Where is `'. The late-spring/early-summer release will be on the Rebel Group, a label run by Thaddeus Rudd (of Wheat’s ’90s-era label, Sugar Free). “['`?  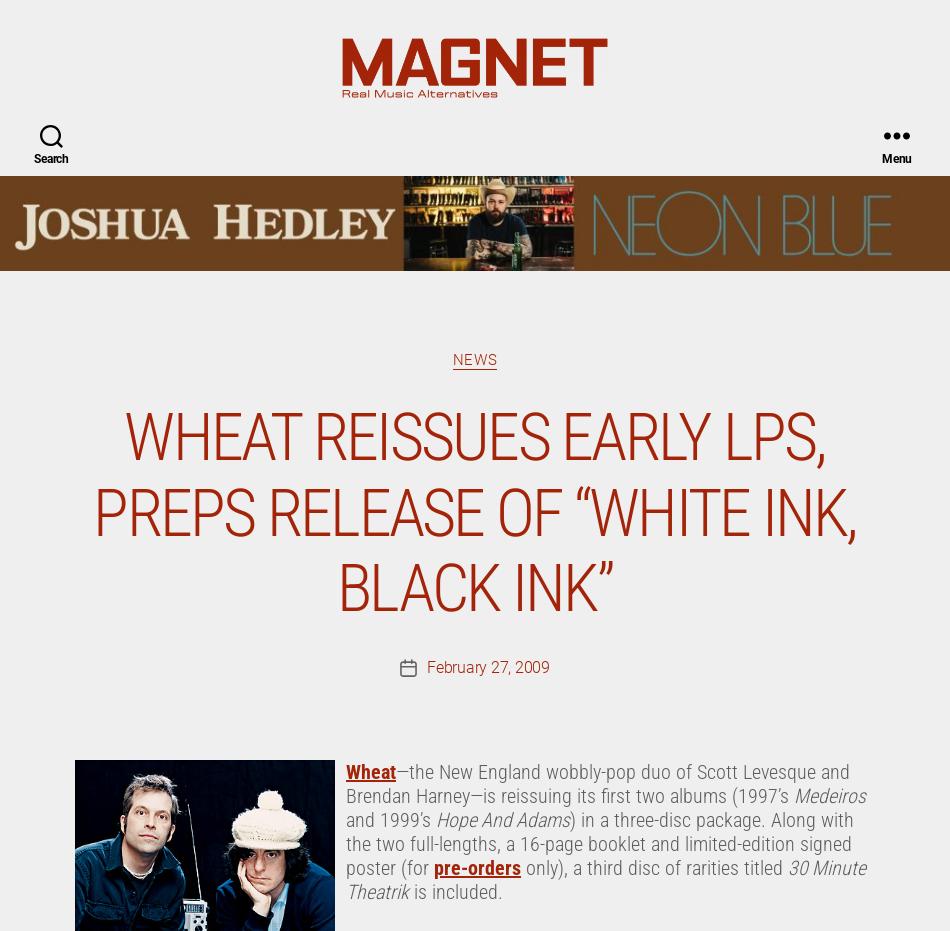
'. The late-spring/early-summer release will be on the Rebel Group, a label run by Thaddeus Rudd (of Wheat’s ’90s-era label, Sugar Free). “[' is located at coordinates (462, 354).